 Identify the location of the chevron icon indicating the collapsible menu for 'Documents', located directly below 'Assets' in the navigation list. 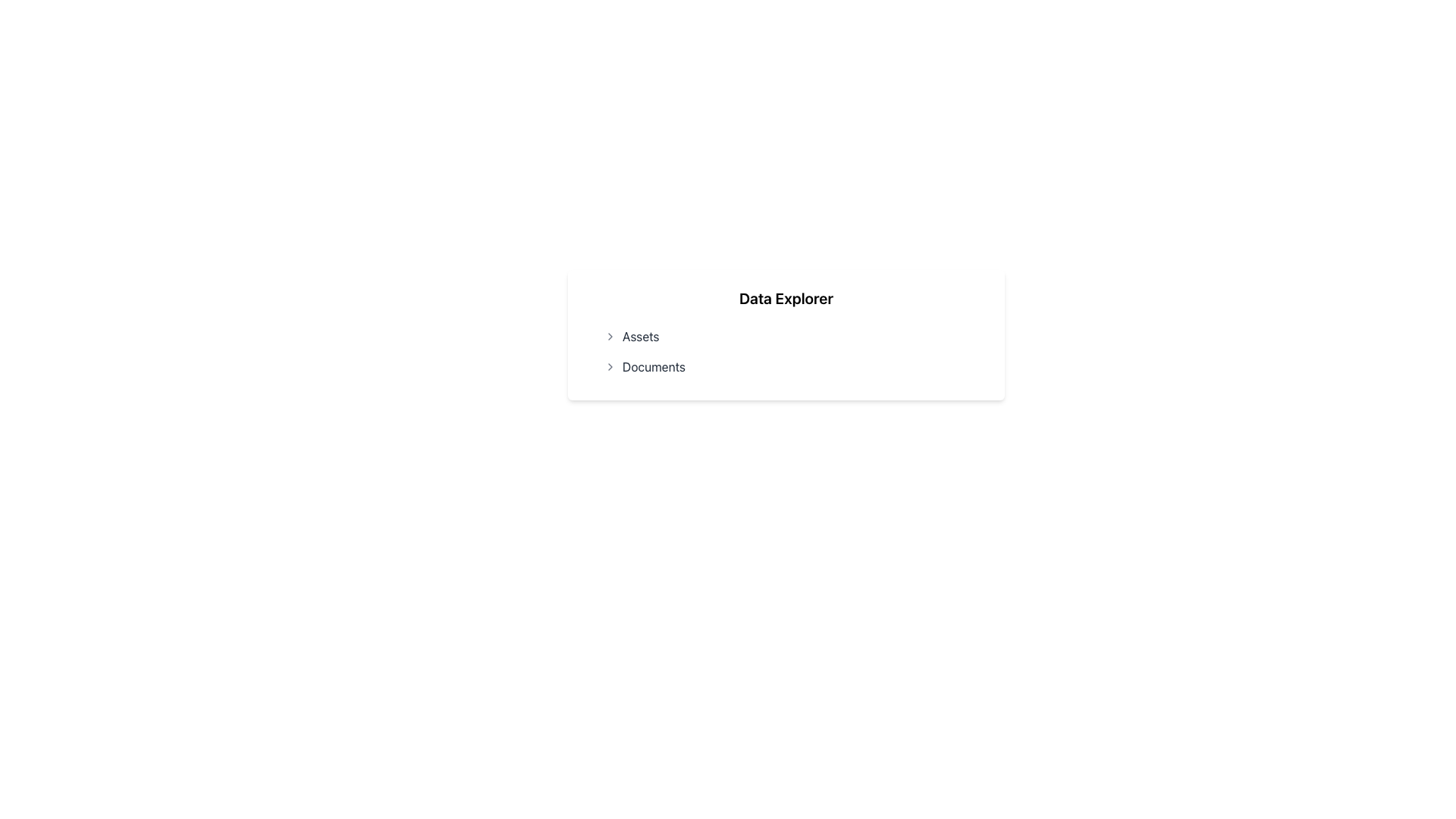
(610, 366).